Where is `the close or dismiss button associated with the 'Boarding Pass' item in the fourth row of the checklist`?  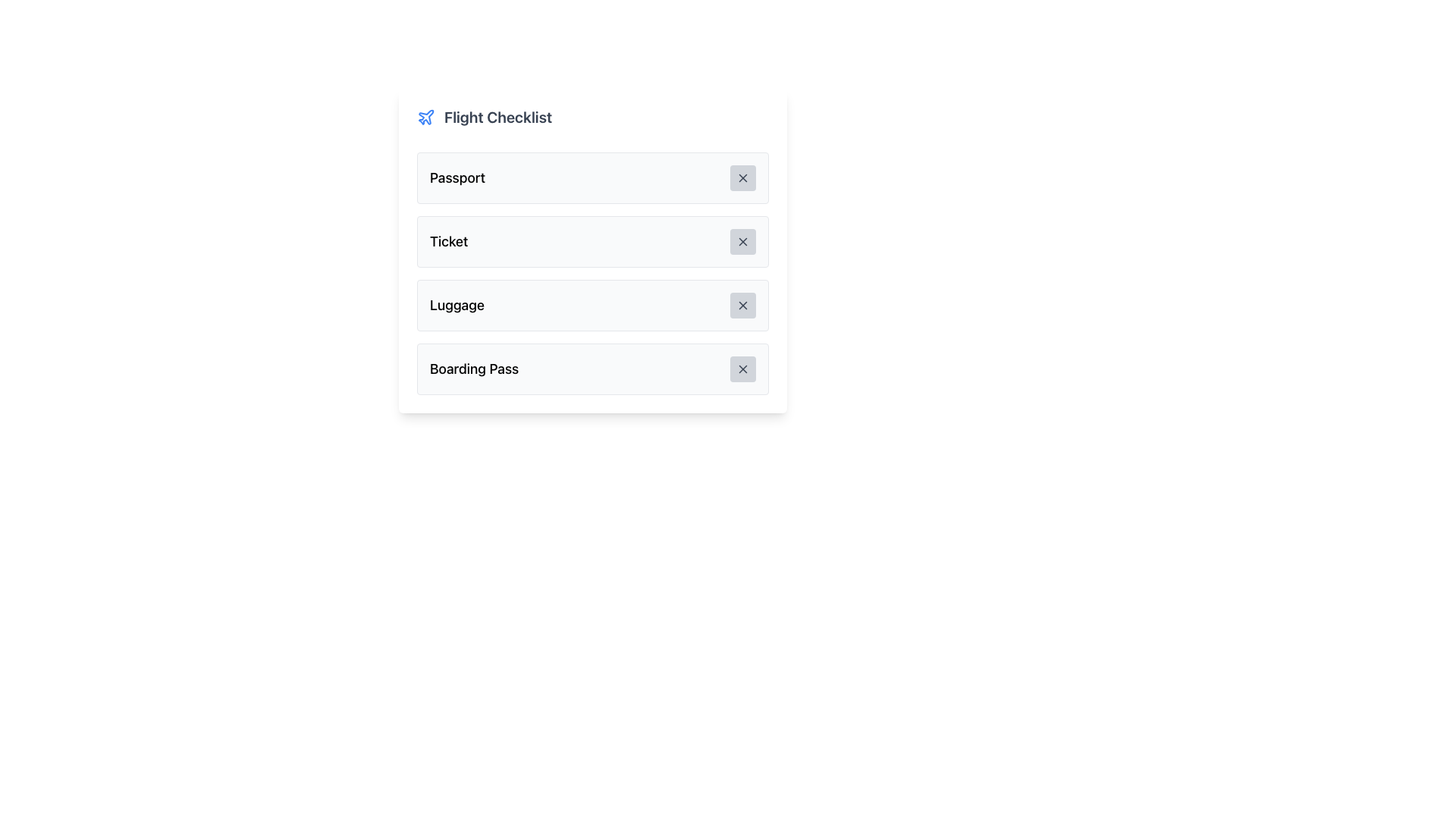 the close or dismiss button associated with the 'Boarding Pass' item in the fourth row of the checklist is located at coordinates (742, 369).